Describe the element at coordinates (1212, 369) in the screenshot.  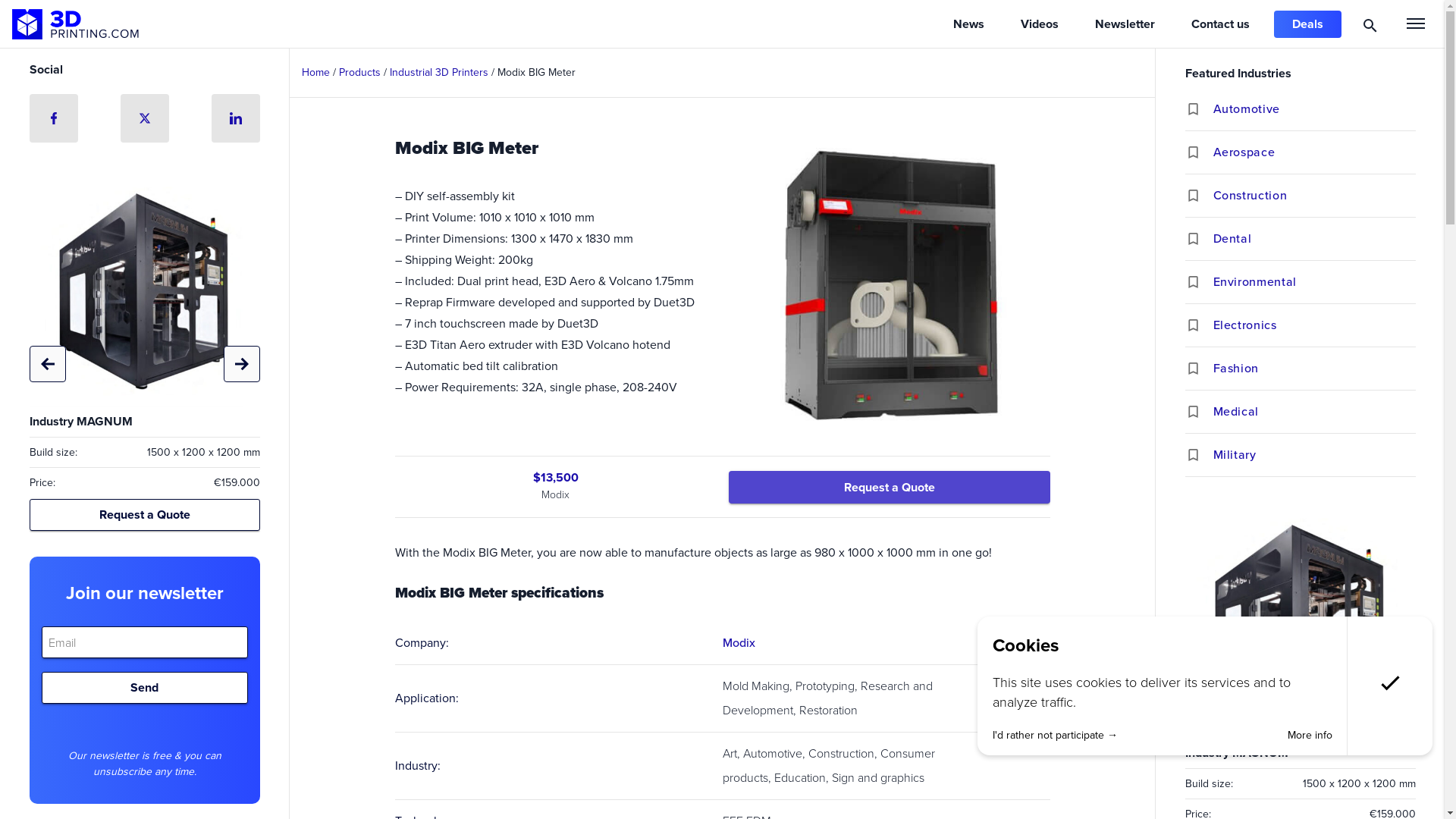
I see `'Fashion'` at that location.